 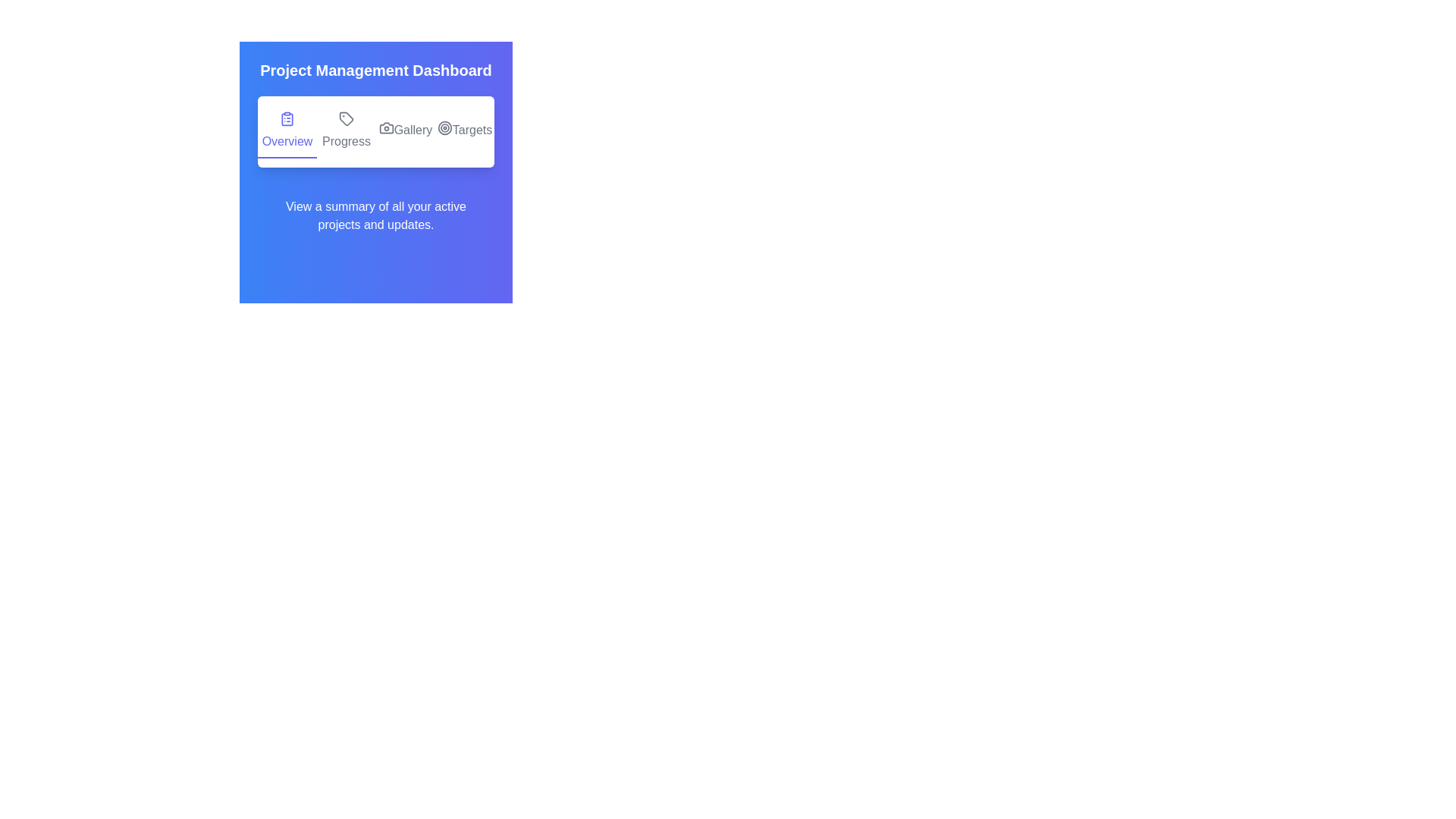 I want to click on the tab corresponding to Overview, so click(x=287, y=130).